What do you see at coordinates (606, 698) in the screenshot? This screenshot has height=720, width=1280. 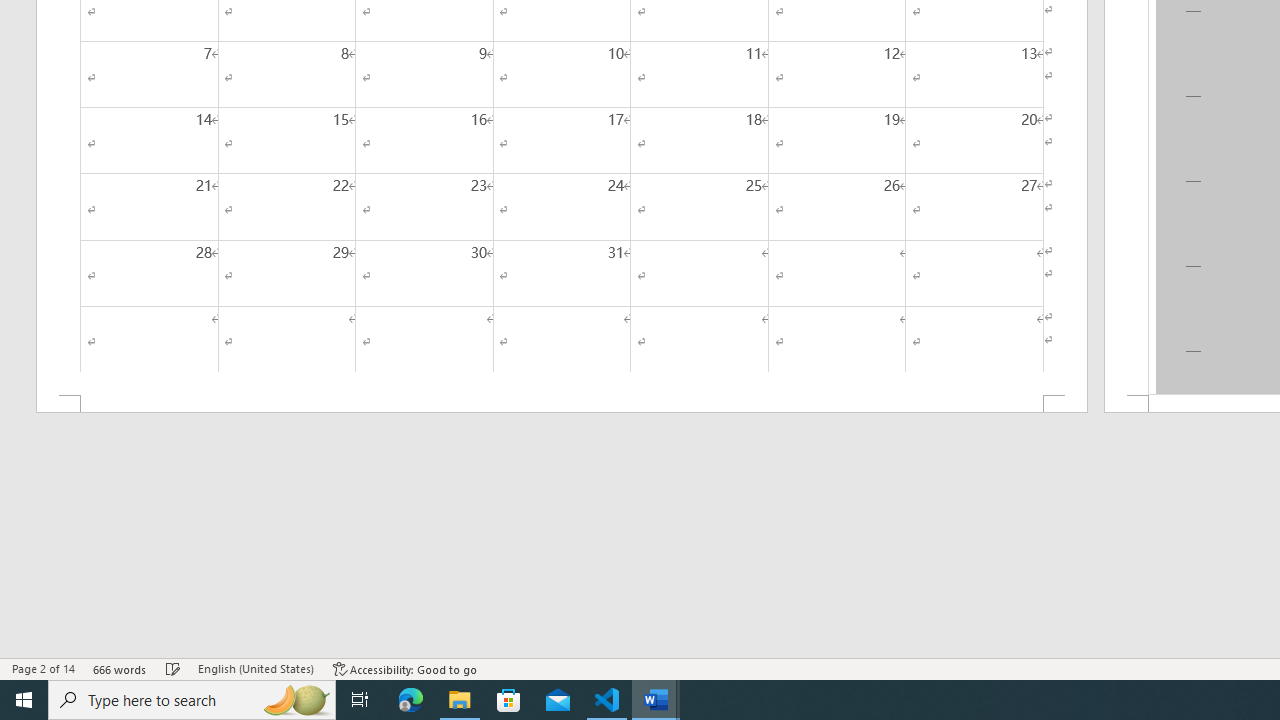 I see `'Visual Studio Code - 1 running window'` at bounding box center [606, 698].